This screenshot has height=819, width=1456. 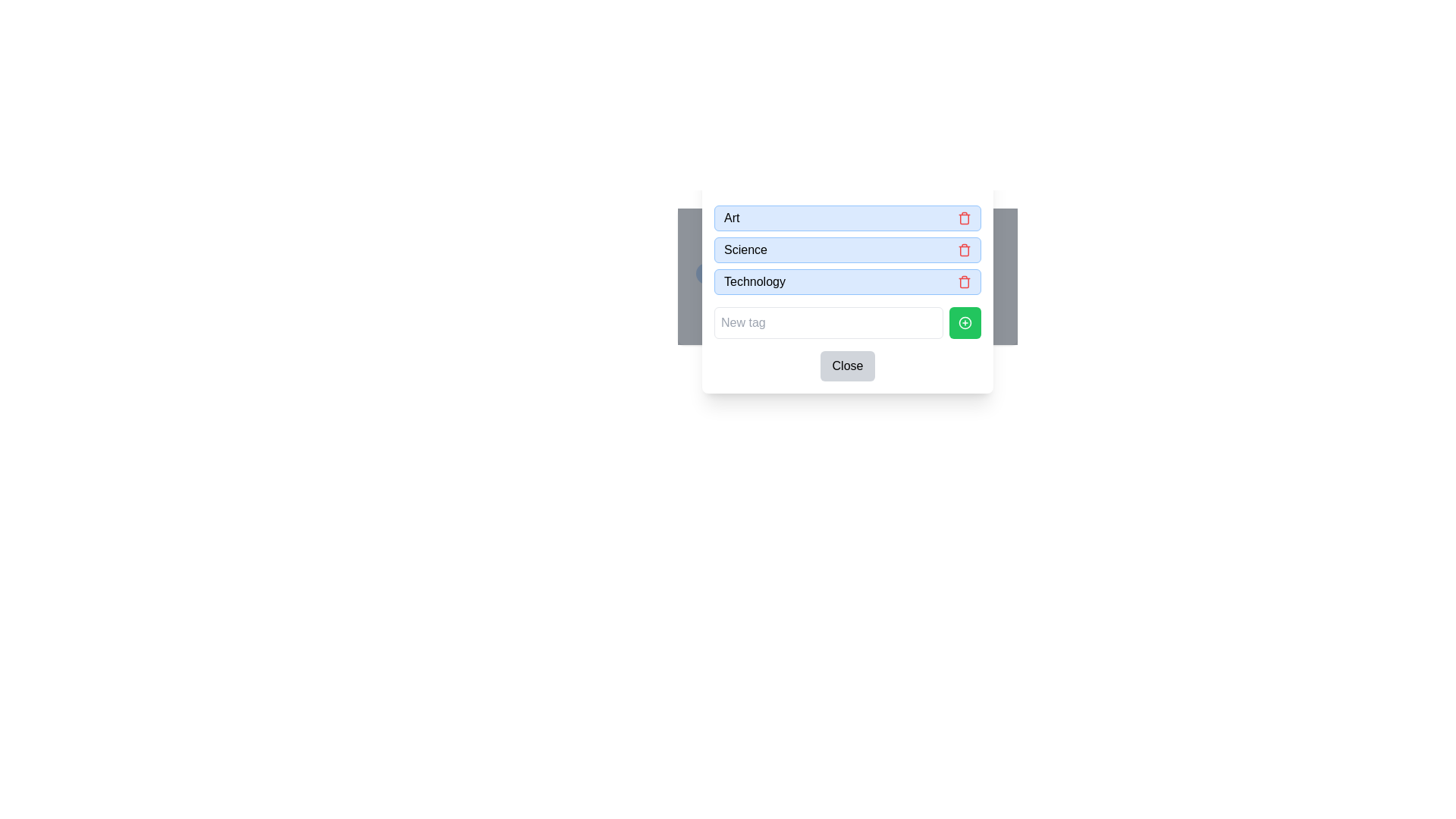 What do you see at coordinates (847, 277) in the screenshot?
I see `the 'Technology' button, which is the third button in a vertical list of labeled buttons under the 'Edit Tags' dialog box` at bounding box center [847, 277].